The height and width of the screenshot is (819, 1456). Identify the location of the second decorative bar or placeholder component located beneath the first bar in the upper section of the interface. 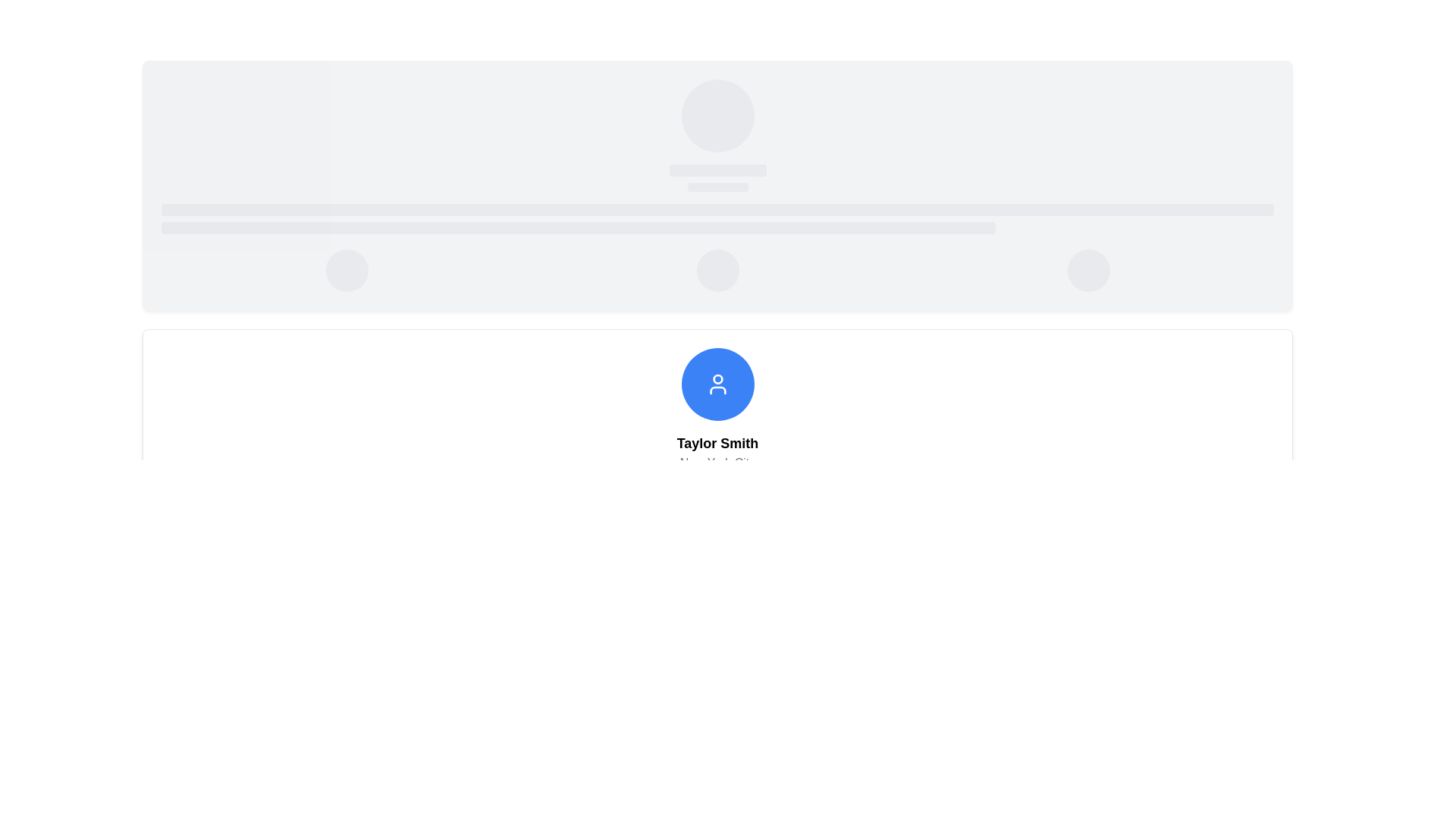
(578, 227).